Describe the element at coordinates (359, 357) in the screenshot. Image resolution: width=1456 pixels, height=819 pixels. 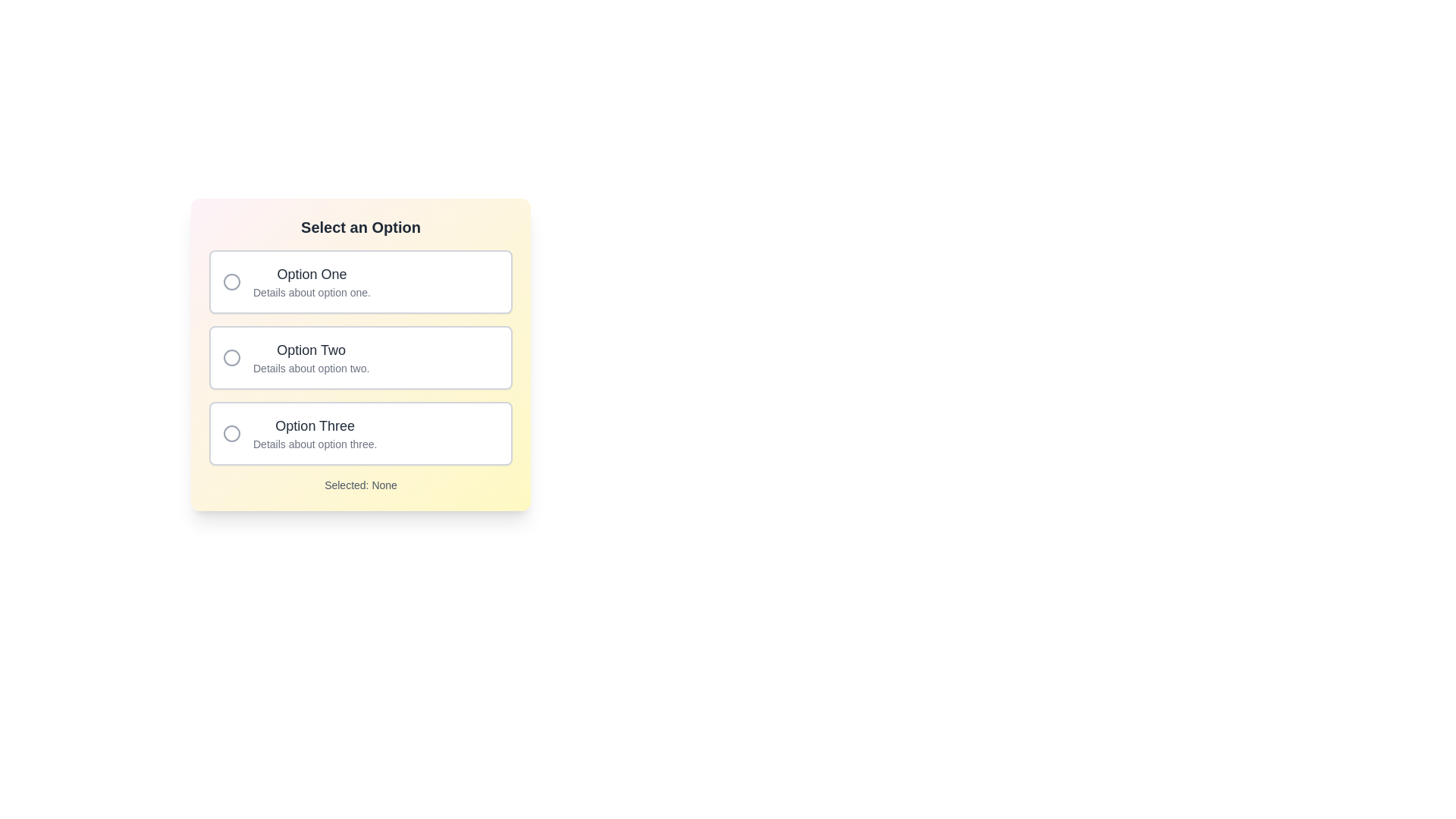
I see `anywhere on the card of the second radio button option in the vertical list` at that location.